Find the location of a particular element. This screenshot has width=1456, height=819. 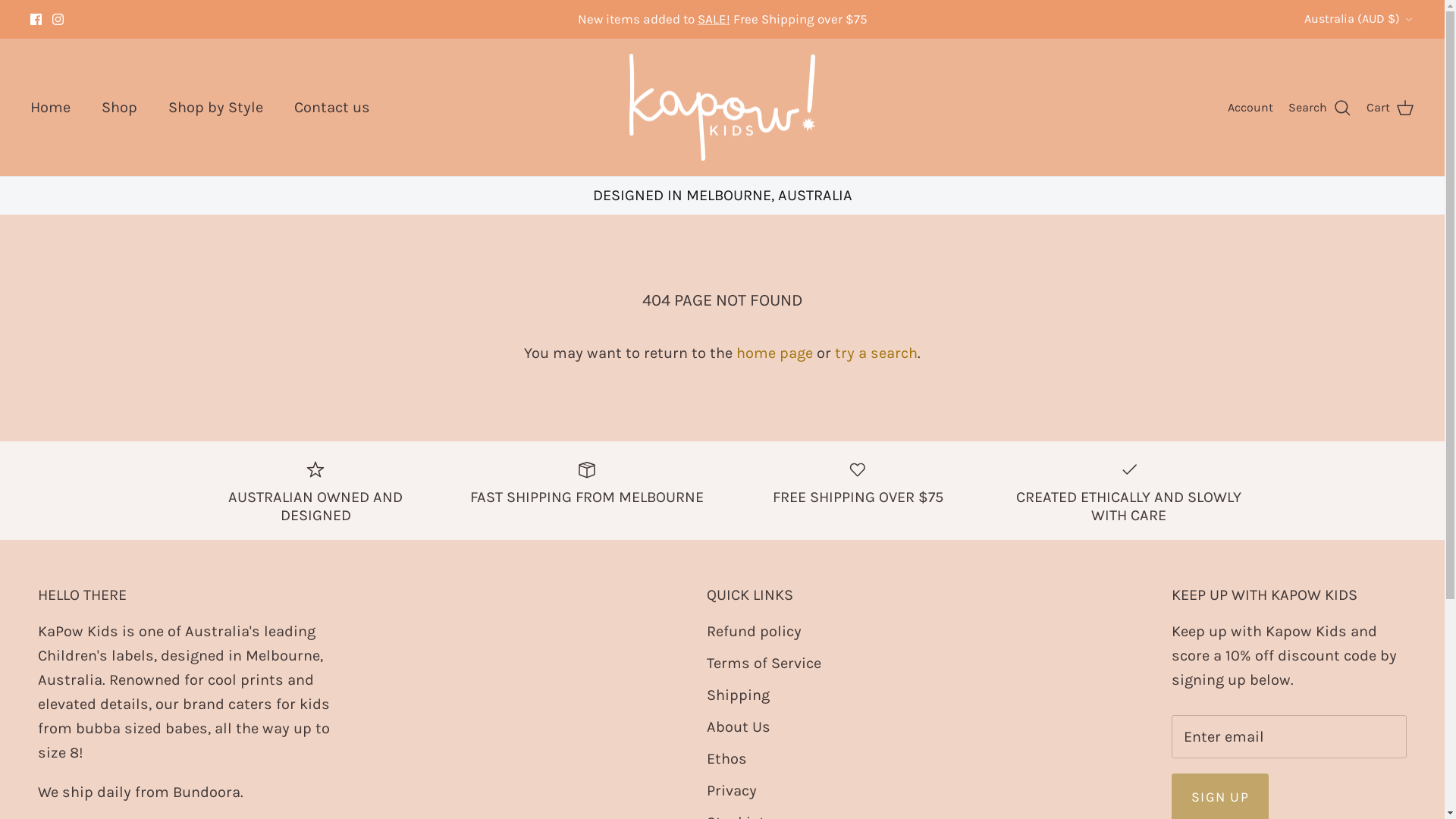

'FREE SHIPPING OVER $75' is located at coordinates (858, 482).